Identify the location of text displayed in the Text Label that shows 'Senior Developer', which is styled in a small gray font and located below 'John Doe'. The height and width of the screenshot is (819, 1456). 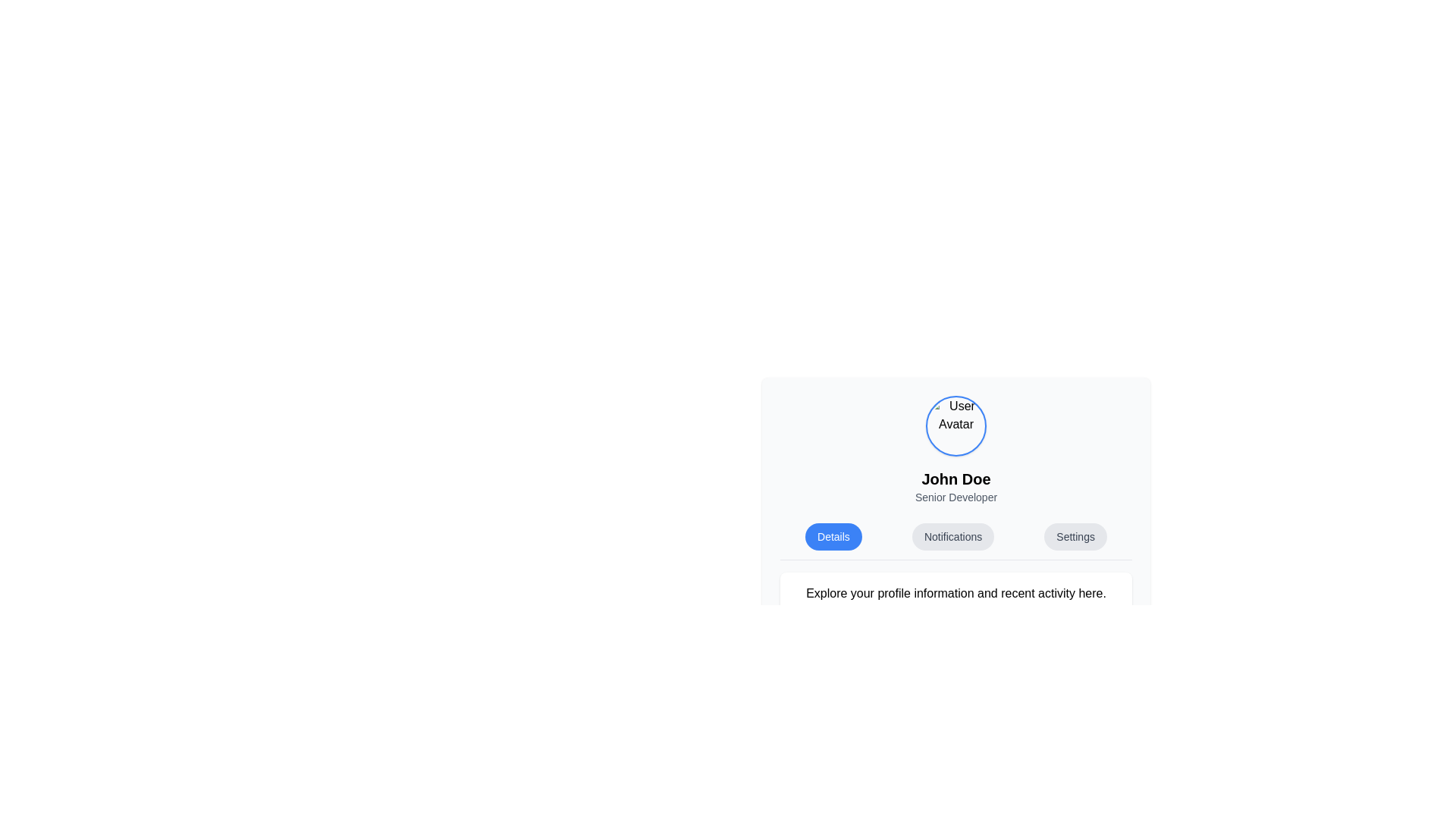
(955, 497).